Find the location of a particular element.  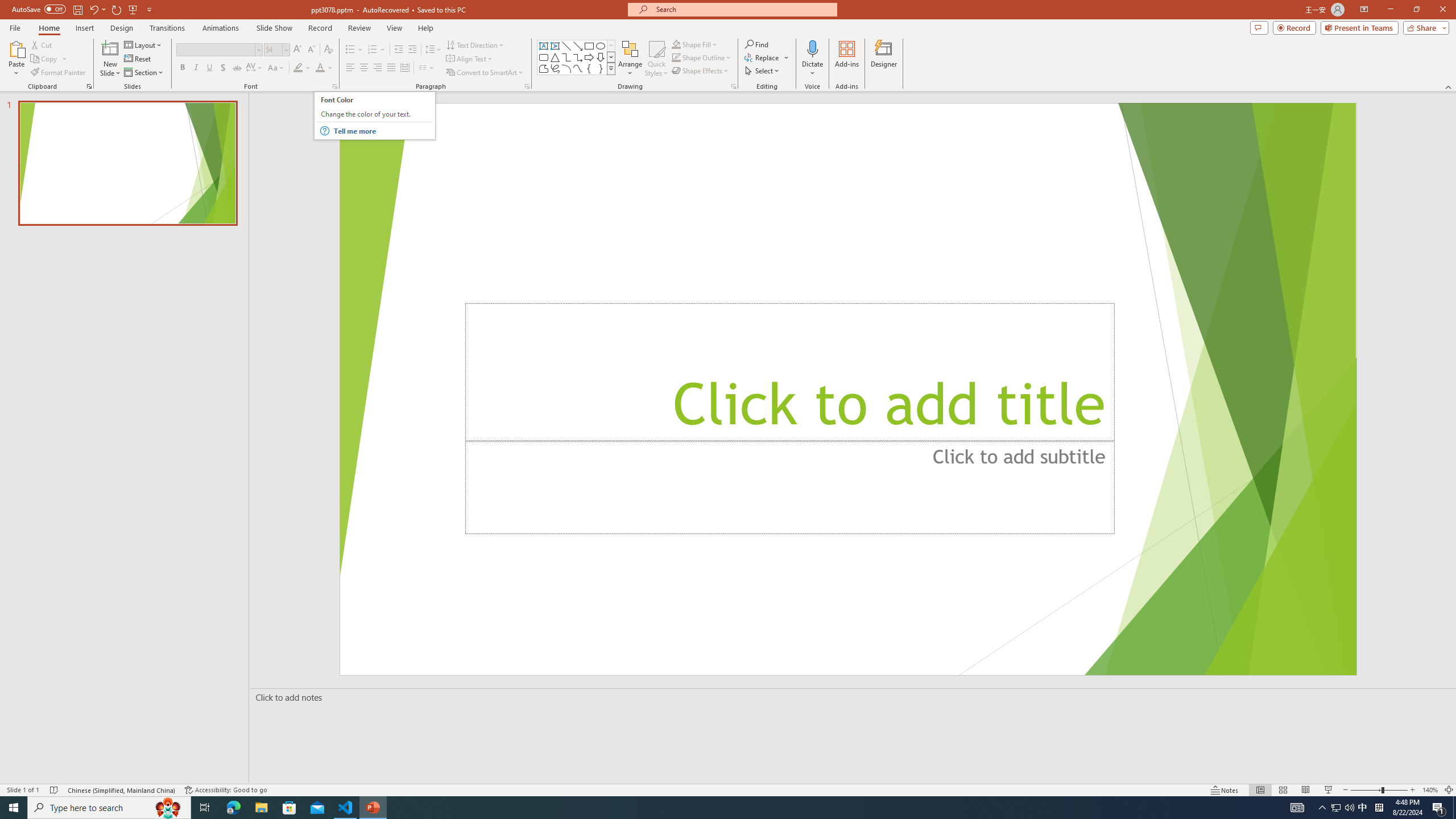

'Freeform: Scribble' is located at coordinates (554, 68).